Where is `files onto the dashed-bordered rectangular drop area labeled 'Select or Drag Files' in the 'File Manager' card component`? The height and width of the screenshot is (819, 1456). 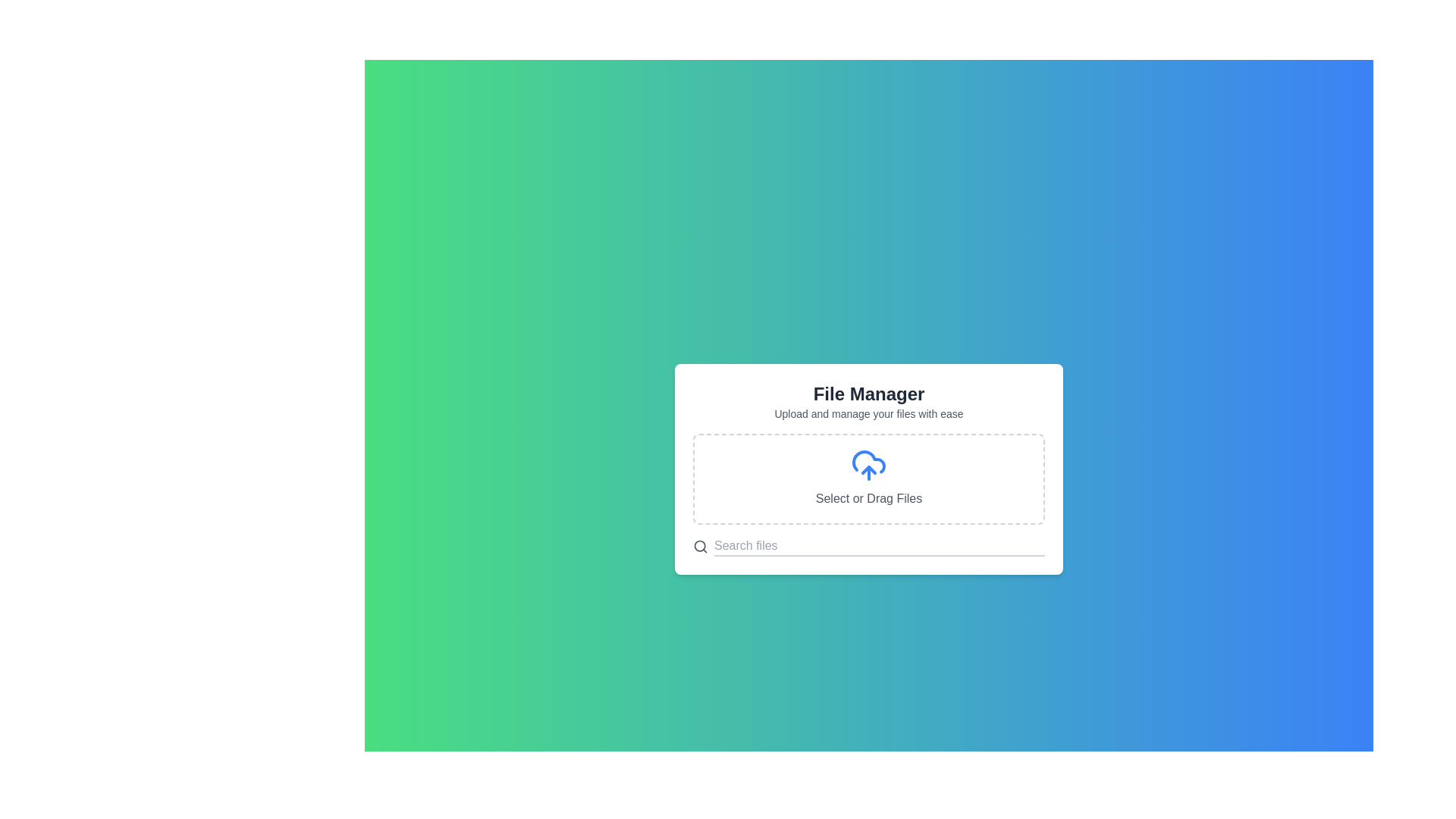
files onto the dashed-bordered rectangular drop area labeled 'Select or Drag Files' in the 'File Manager' card component is located at coordinates (869, 468).